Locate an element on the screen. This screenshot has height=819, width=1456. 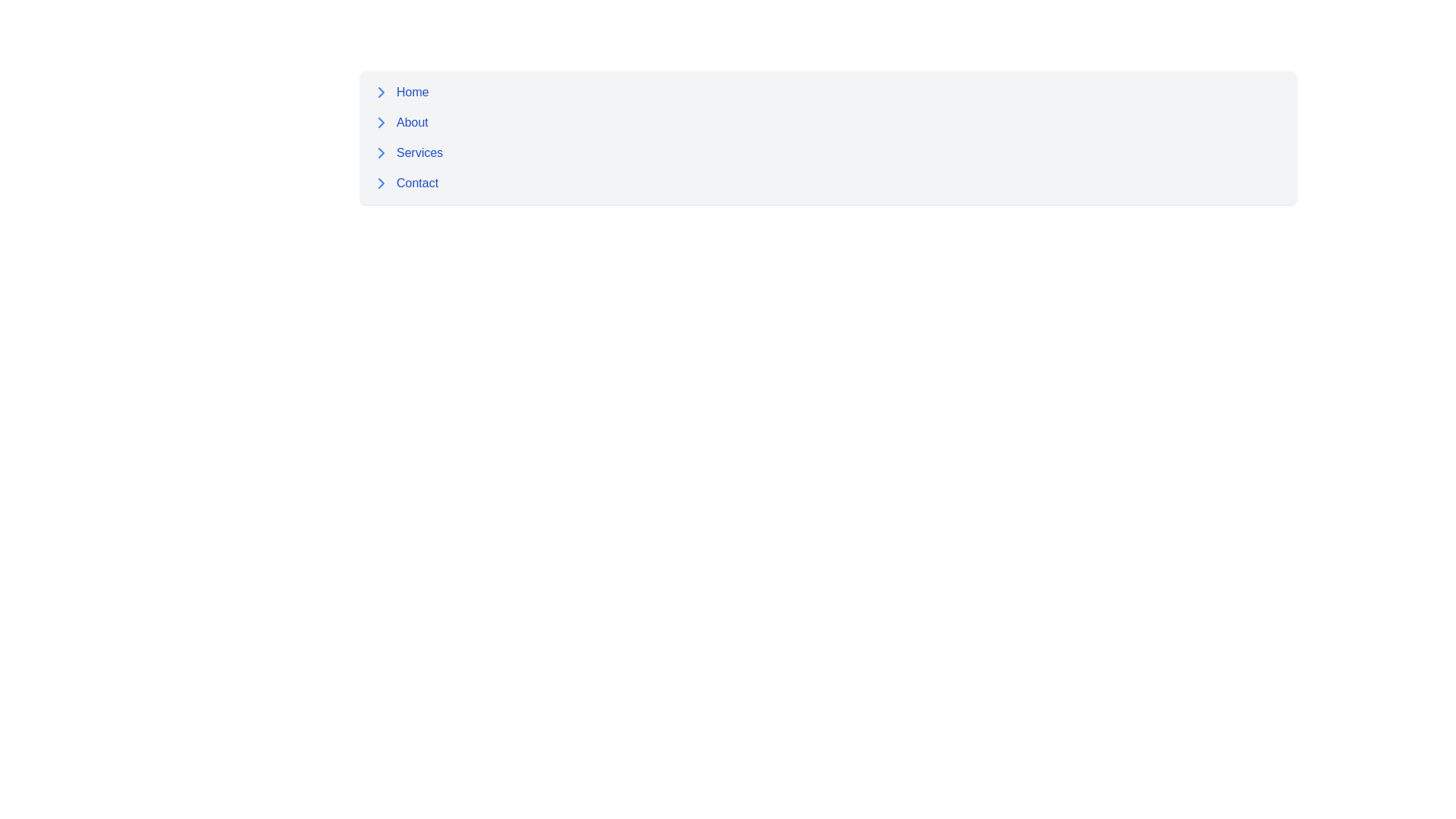
the icon associated with the 'Contact' navigation item located to the left of the 'Contact' text in the vertical navigation menu is located at coordinates (381, 183).